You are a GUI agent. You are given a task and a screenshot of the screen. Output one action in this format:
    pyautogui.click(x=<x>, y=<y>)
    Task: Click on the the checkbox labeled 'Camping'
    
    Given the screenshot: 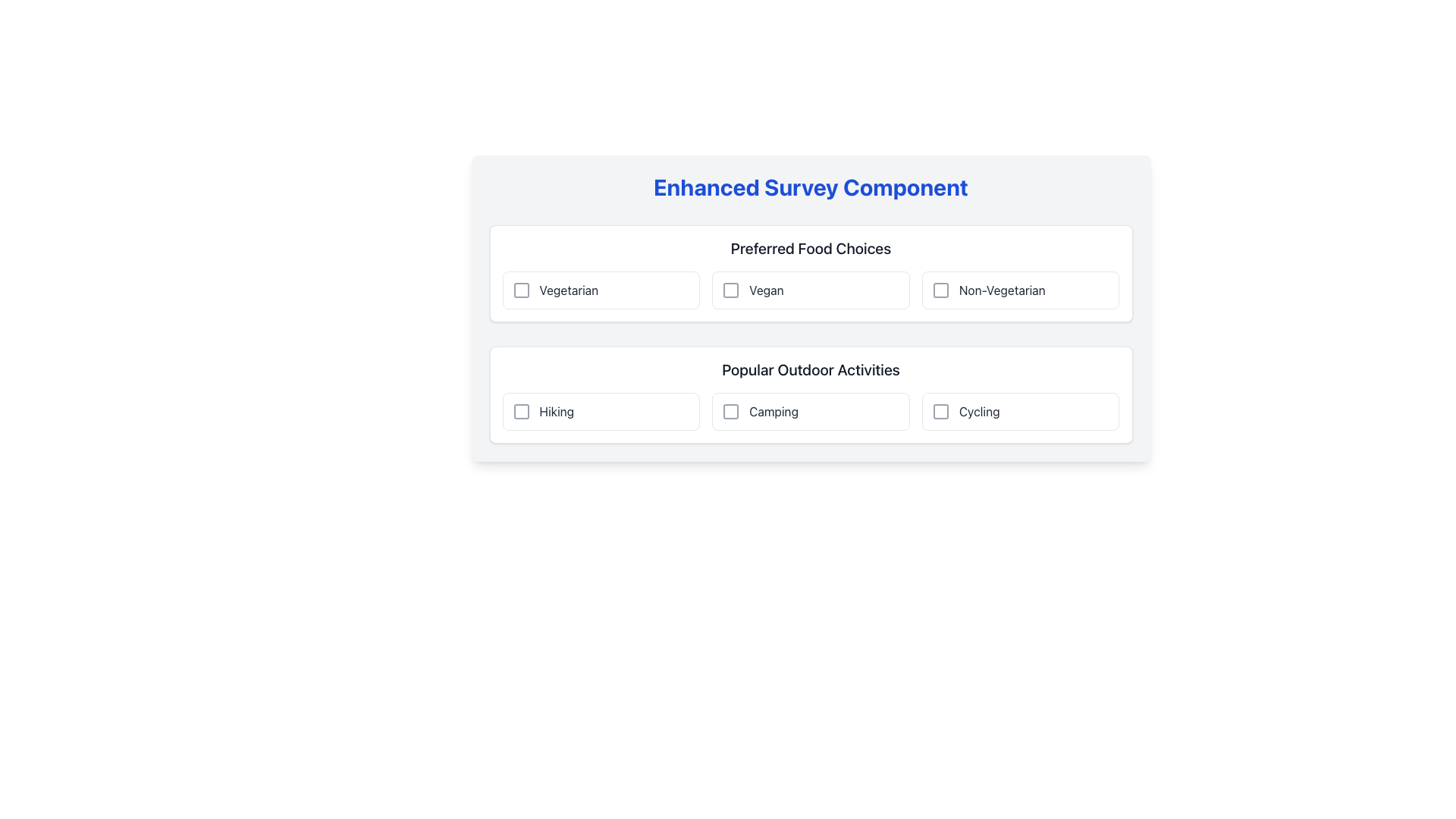 What is the action you would take?
    pyautogui.click(x=810, y=412)
    